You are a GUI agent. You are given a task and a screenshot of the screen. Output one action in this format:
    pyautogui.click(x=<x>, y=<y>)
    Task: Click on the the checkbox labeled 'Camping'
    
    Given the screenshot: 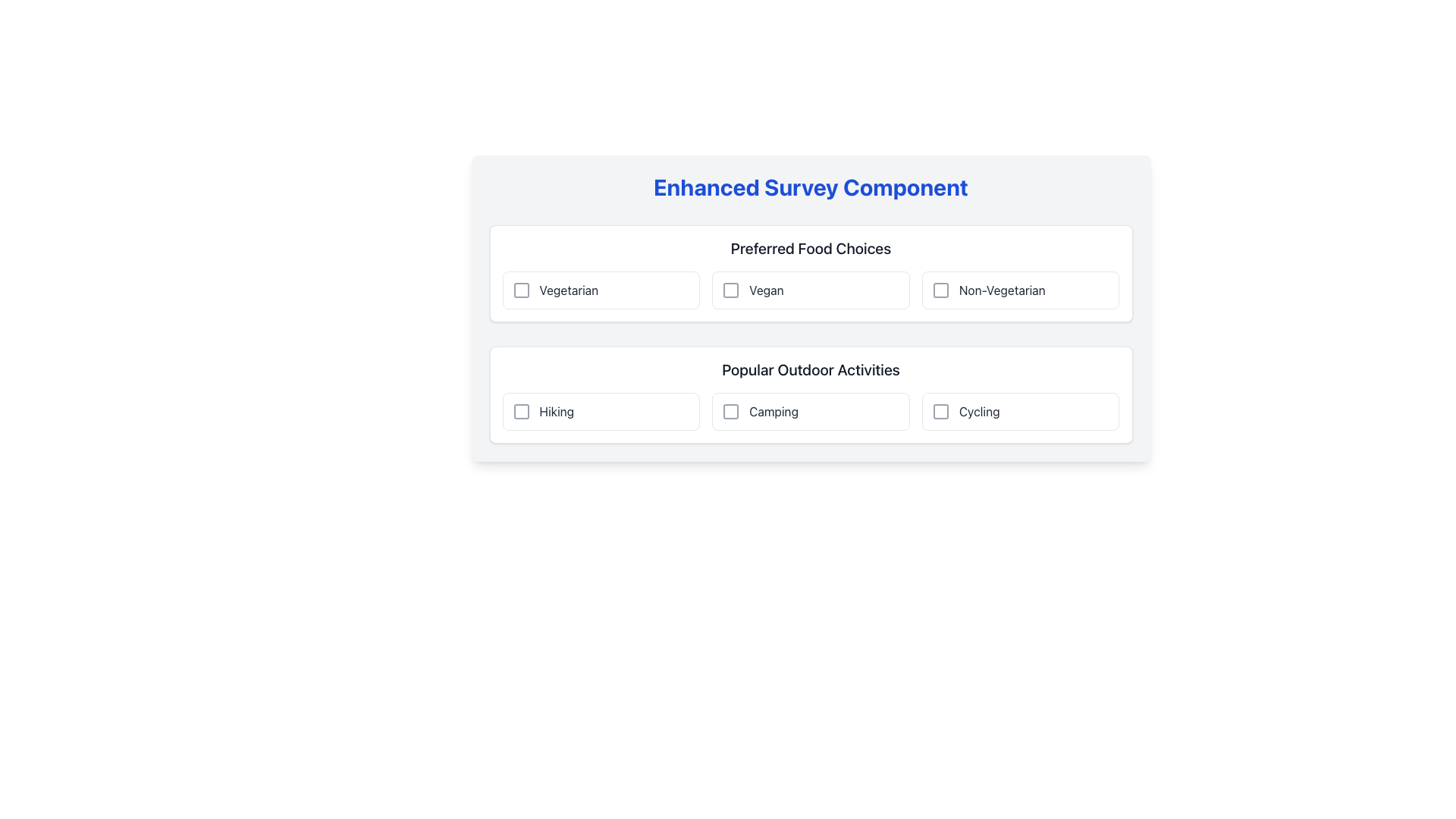 What is the action you would take?
    pyautogui.click(x=810, y=412)
    